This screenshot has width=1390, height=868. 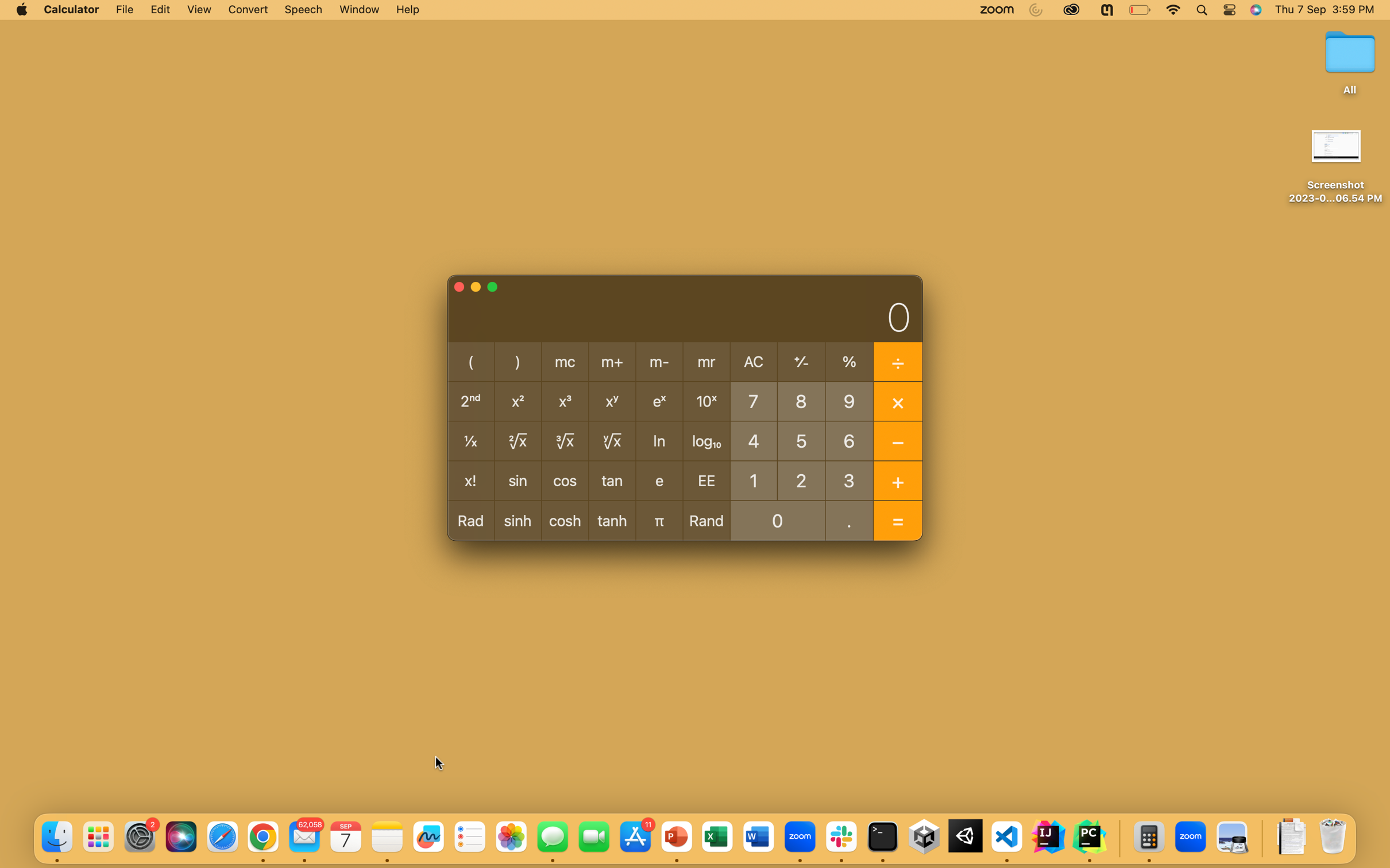 What do you see at coordinates (753, 479) in the screenshot?
I see `Determine the value of ln(10)` at bounding box center [753, 479].